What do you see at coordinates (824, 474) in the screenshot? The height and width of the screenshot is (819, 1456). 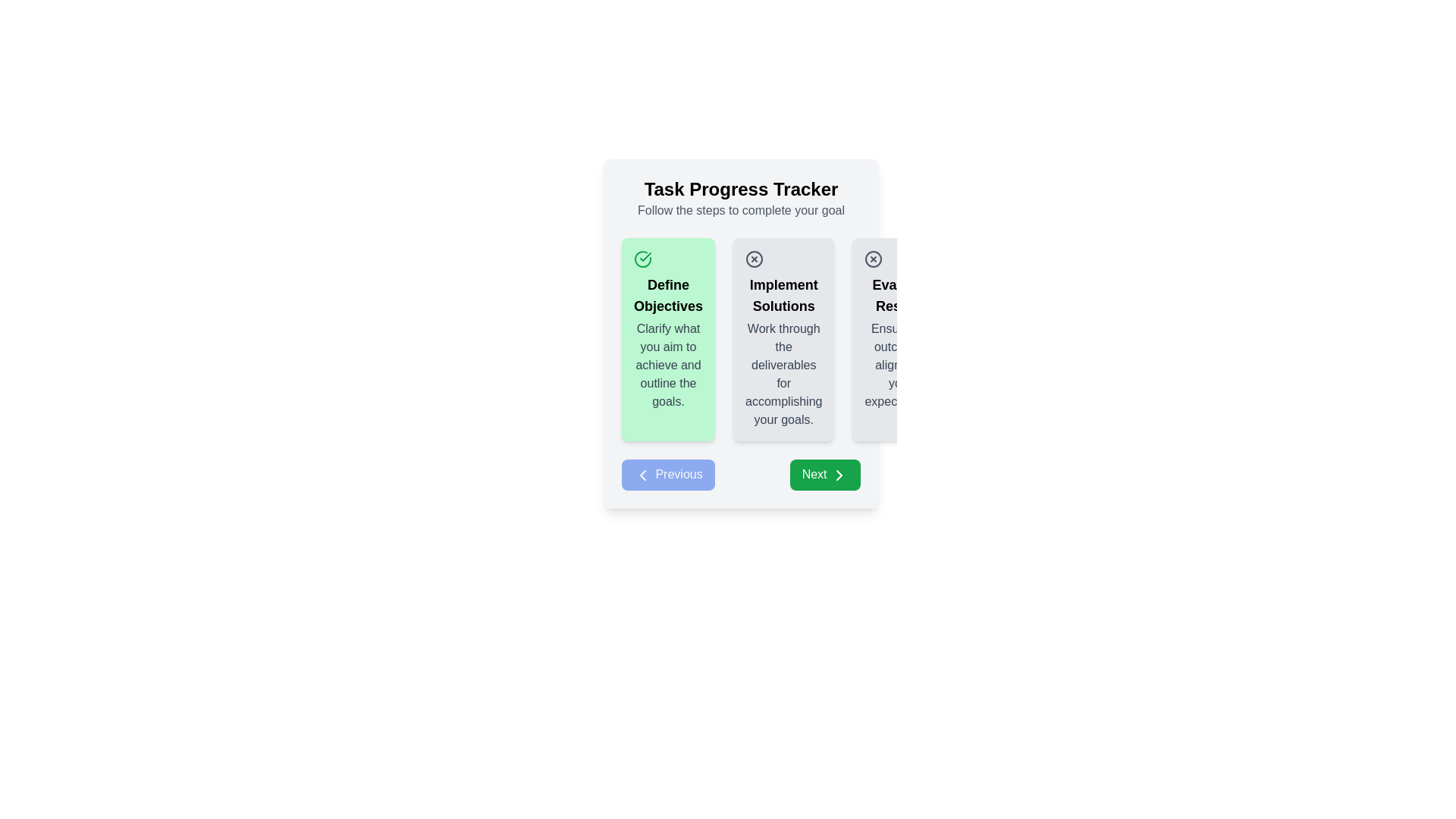 I see `the green rectangular button labeled 'Next'` at bounding box center [824, 474].